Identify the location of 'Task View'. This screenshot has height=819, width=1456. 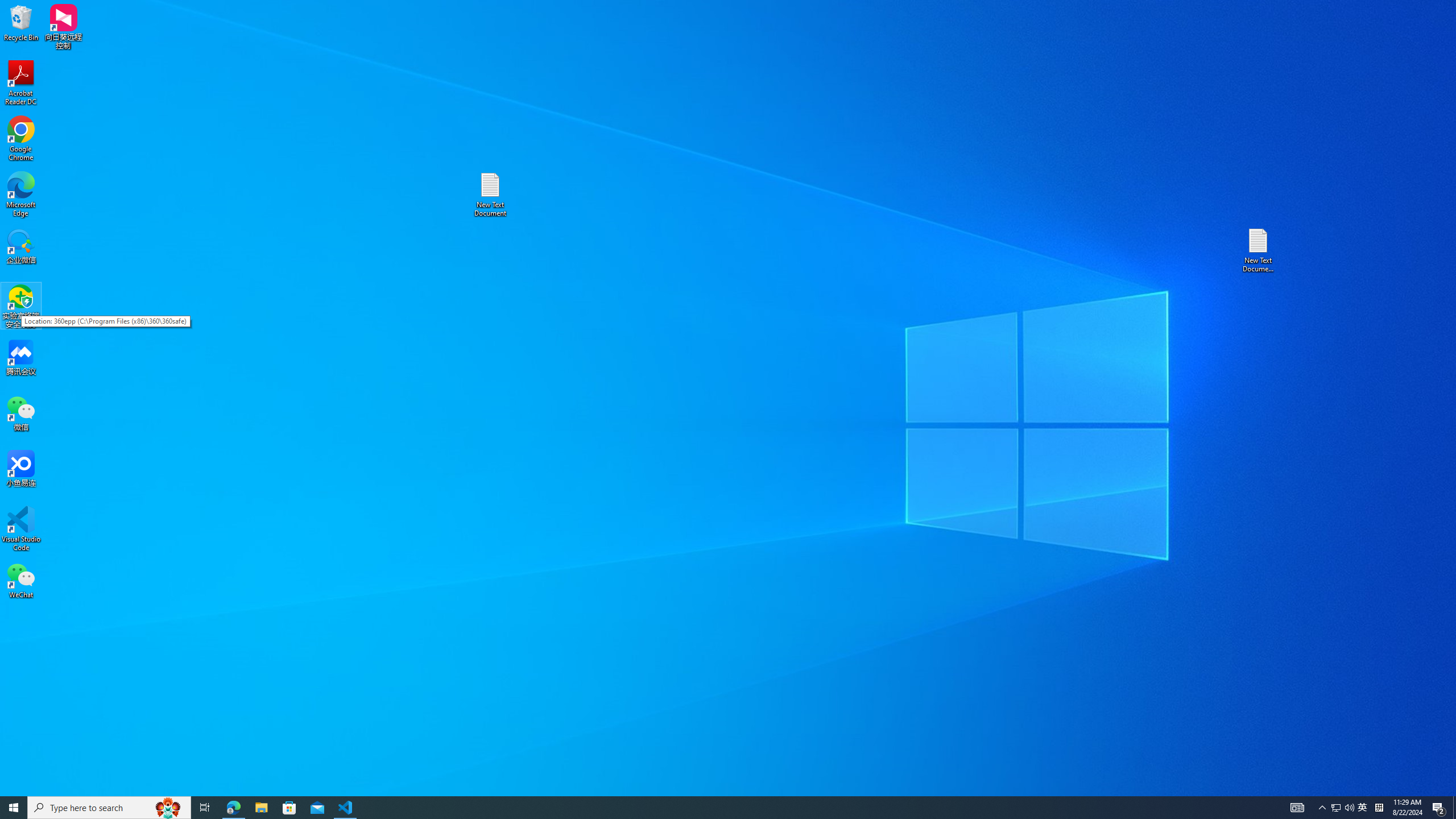
(204, 806).